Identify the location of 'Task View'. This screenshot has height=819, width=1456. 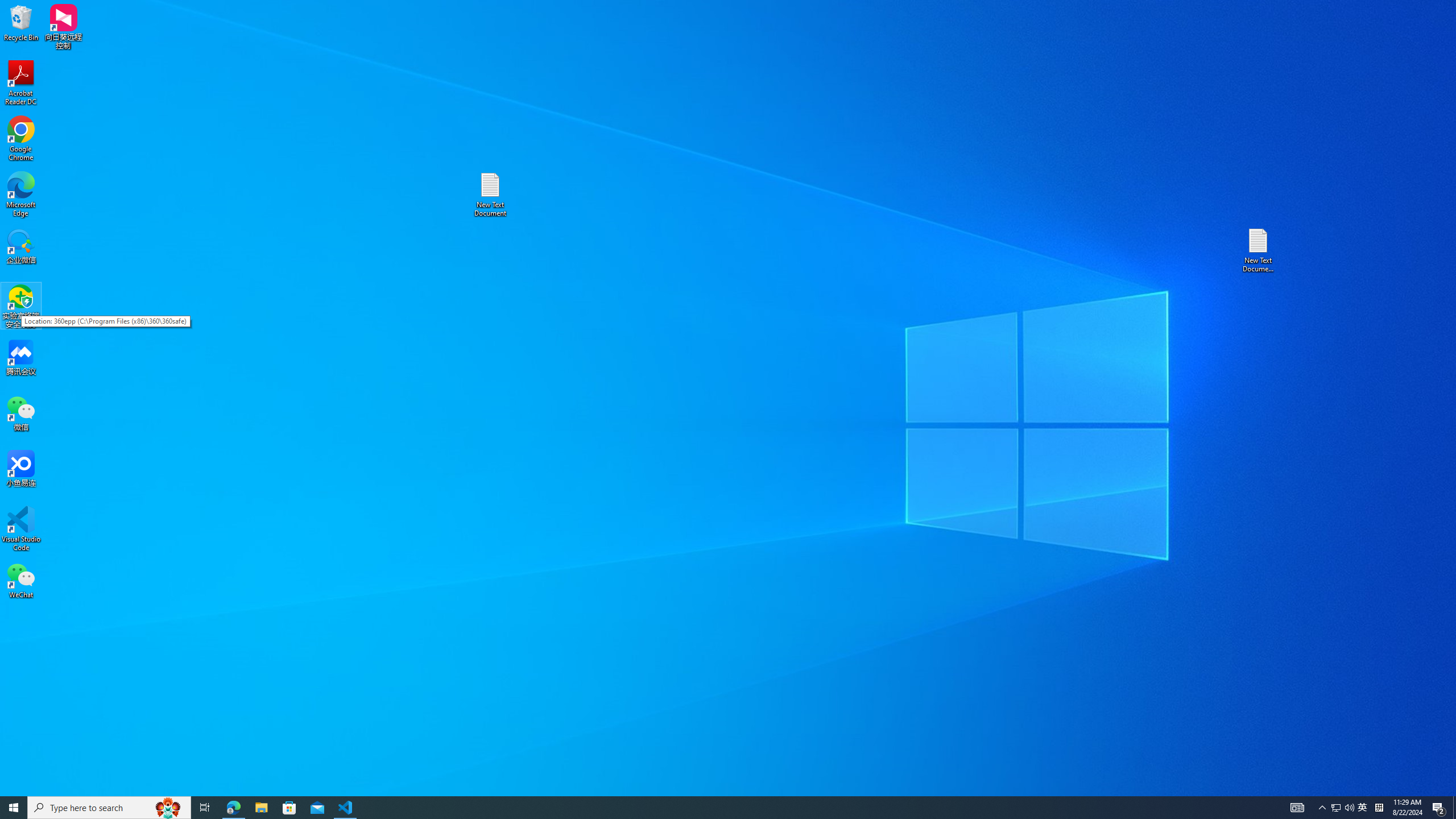
(204, 806).